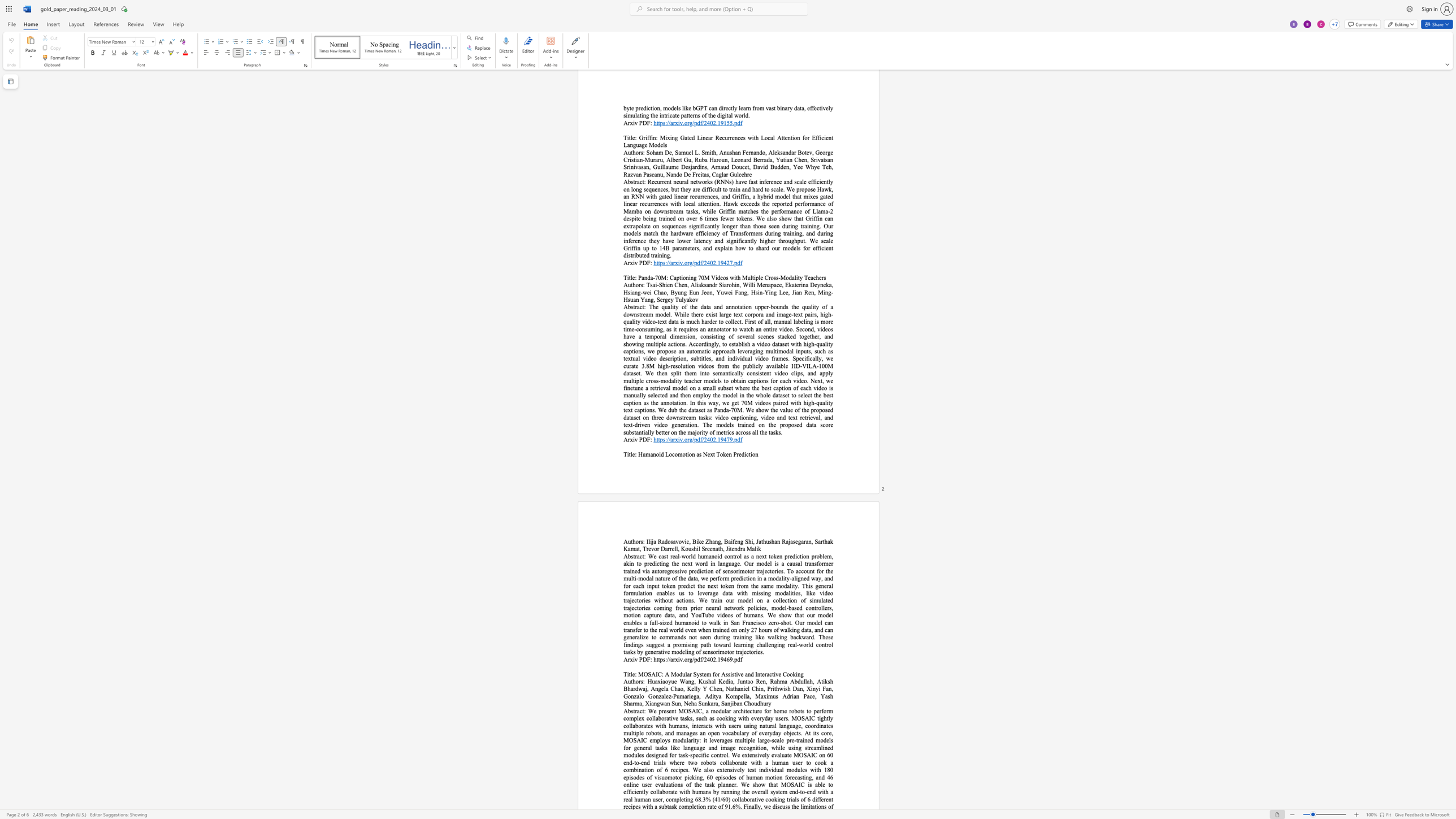  Describe the element at coordinates (637, 630) in the screenshot. I see `the space between the continuous character "f" and "e" in the text` at that location.